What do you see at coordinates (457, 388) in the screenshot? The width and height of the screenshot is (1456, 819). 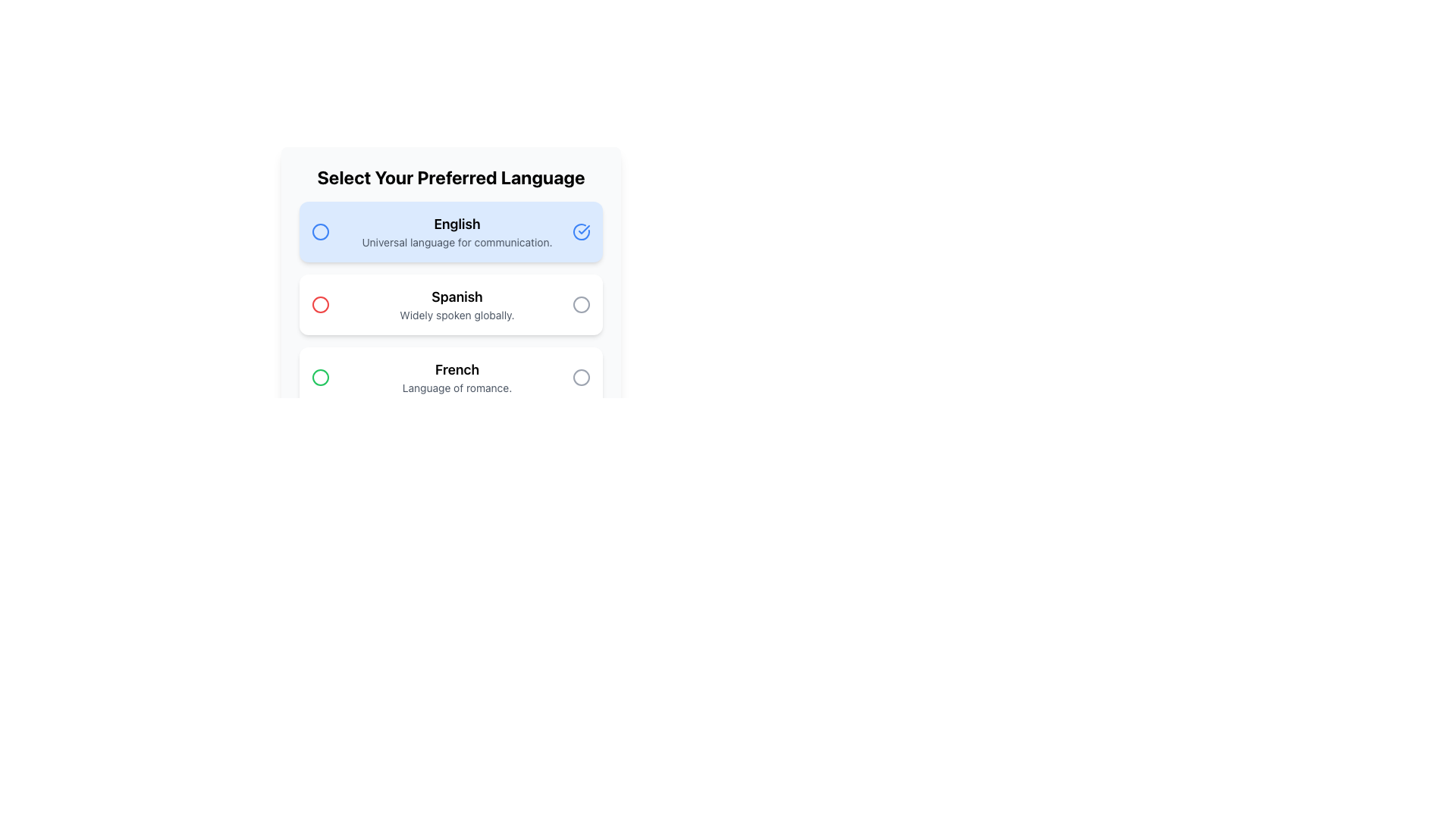 I see `the text label displaying 'Language of romance', which is styled in gray and located directly below the bold text 'French'` at bounding box center [457, 388].